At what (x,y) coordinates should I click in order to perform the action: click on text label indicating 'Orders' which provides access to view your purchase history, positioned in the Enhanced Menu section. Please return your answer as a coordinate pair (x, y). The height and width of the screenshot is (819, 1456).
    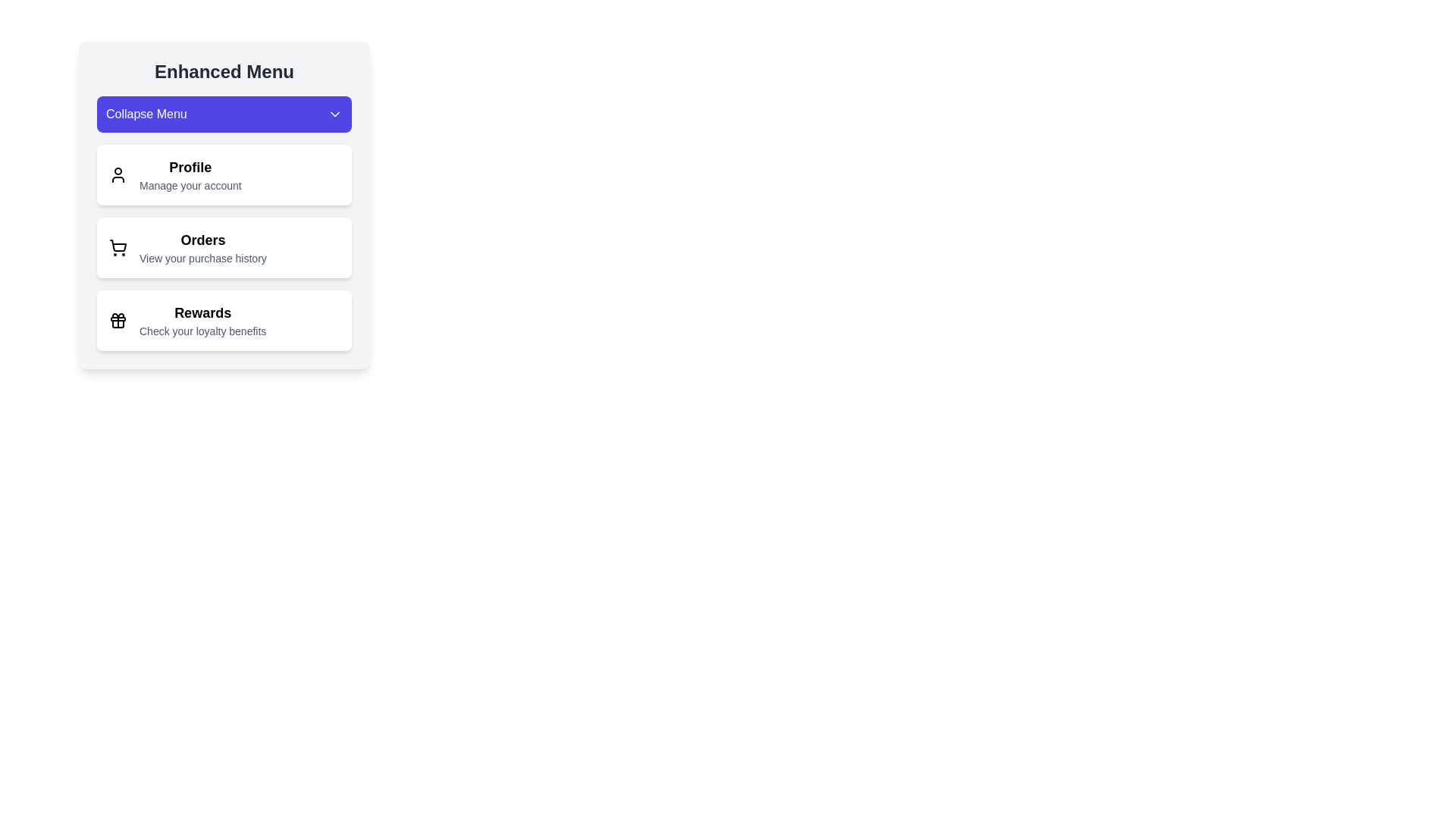
    Looking at the image, I should click on (202, 239).